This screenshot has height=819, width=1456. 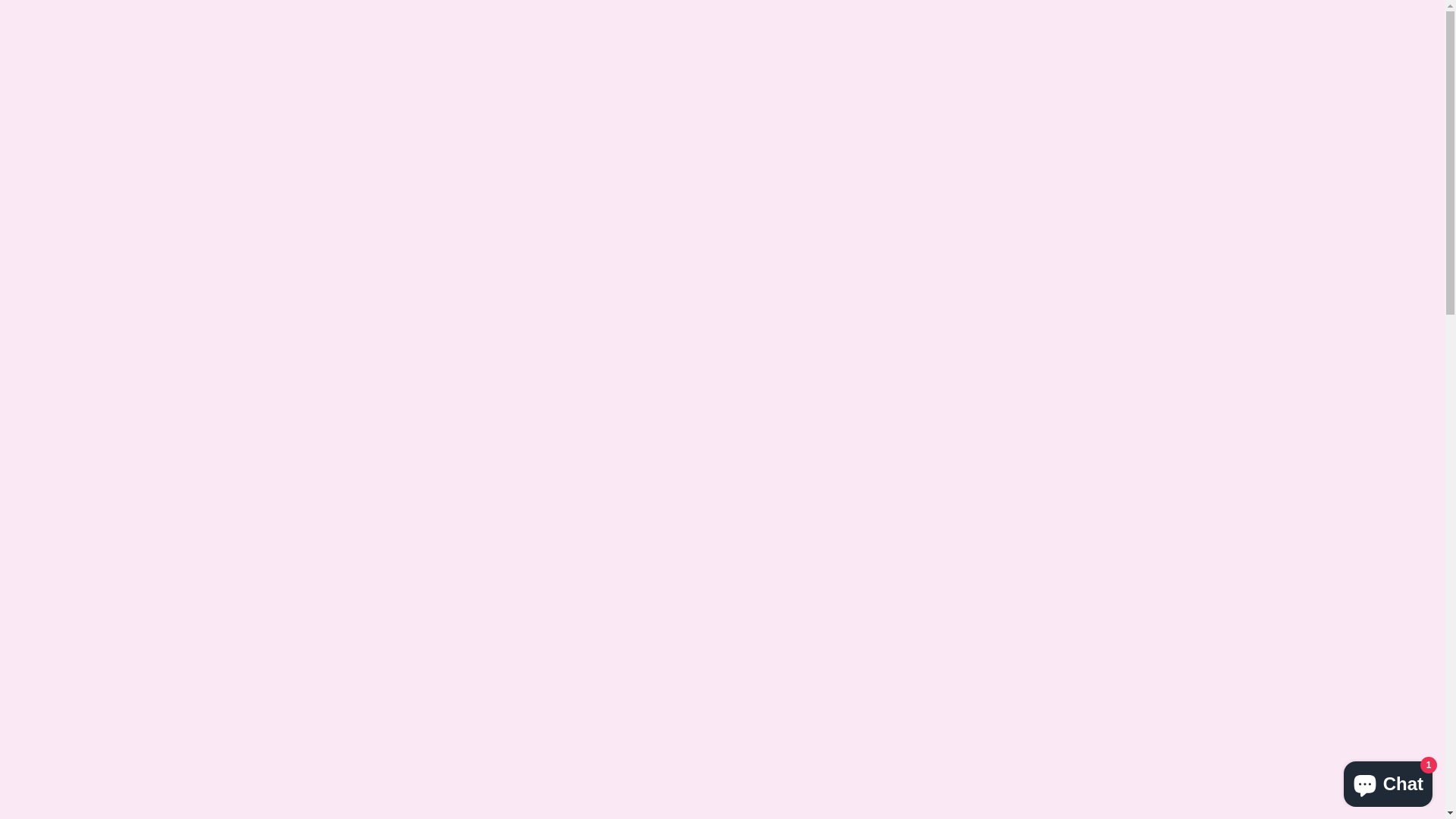 What do you see at coordinates (1388, 780) in the screenshot?
I see `'Shopify online store chat'` at bounding box center [1388, 780].